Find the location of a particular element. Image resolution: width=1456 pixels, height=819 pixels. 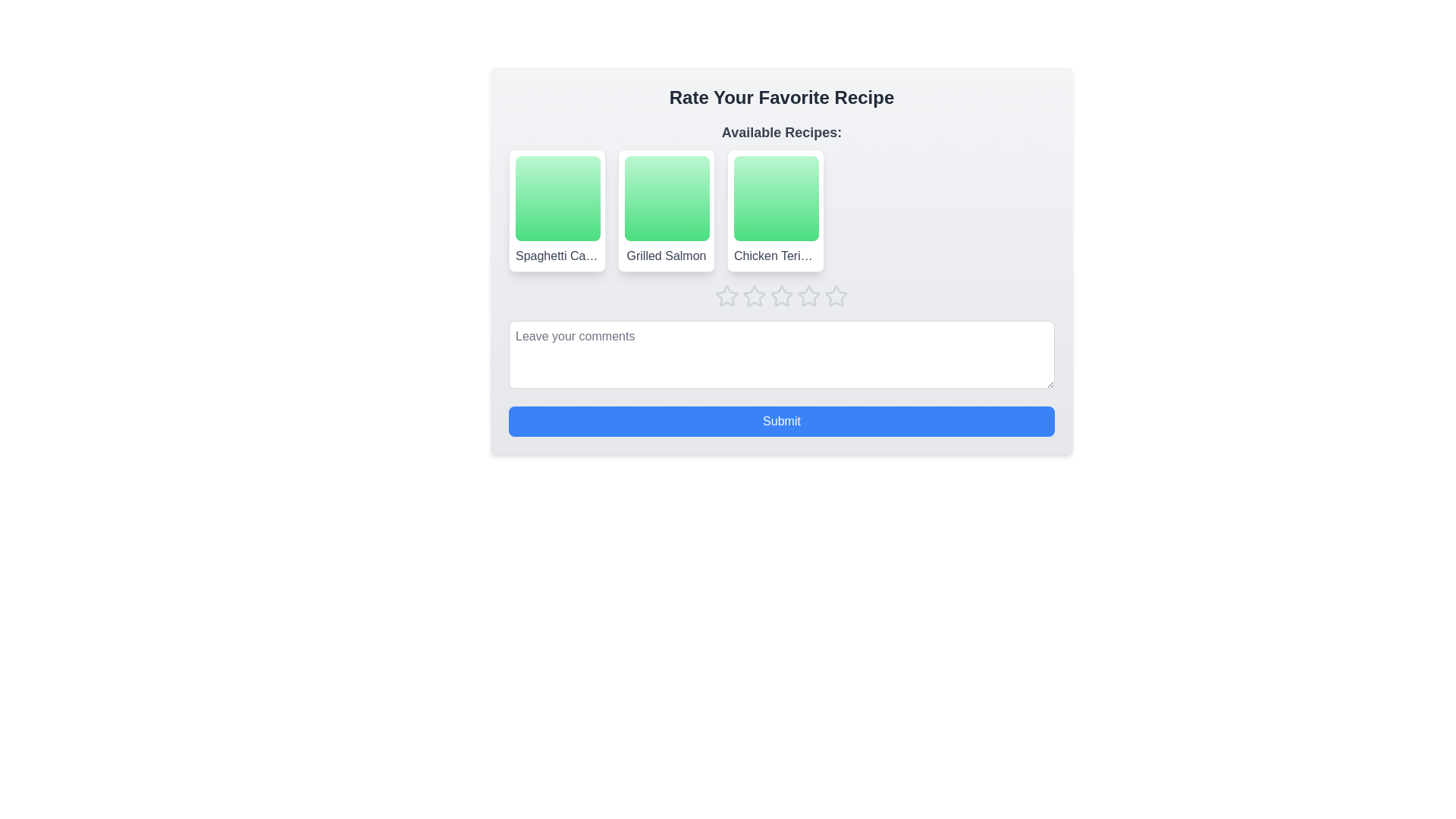

the 'Submit' button with rounded edges and a blue background is located at coordinates (782, 421).